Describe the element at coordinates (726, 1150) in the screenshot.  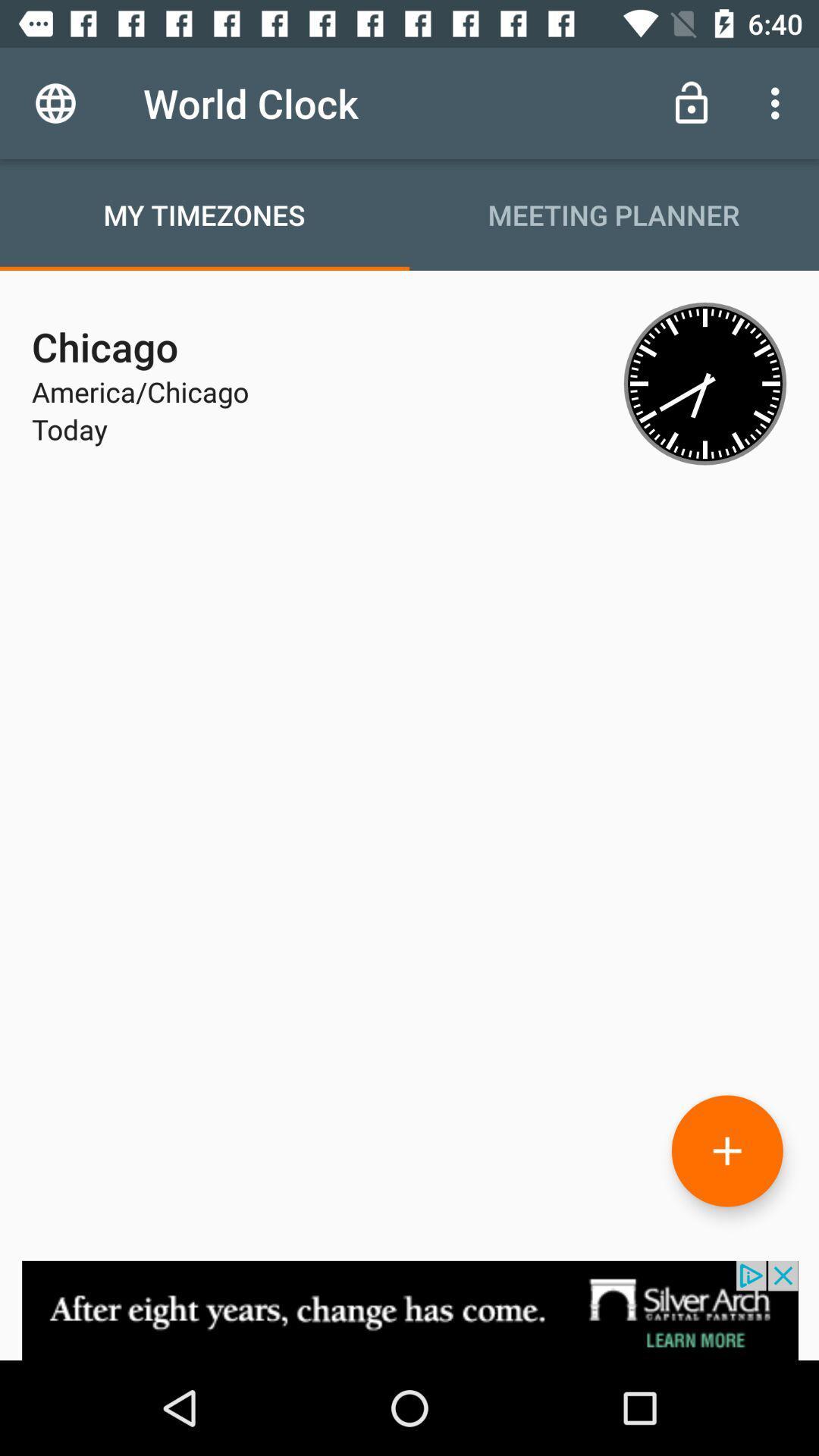
I see `a new clock` at that location.